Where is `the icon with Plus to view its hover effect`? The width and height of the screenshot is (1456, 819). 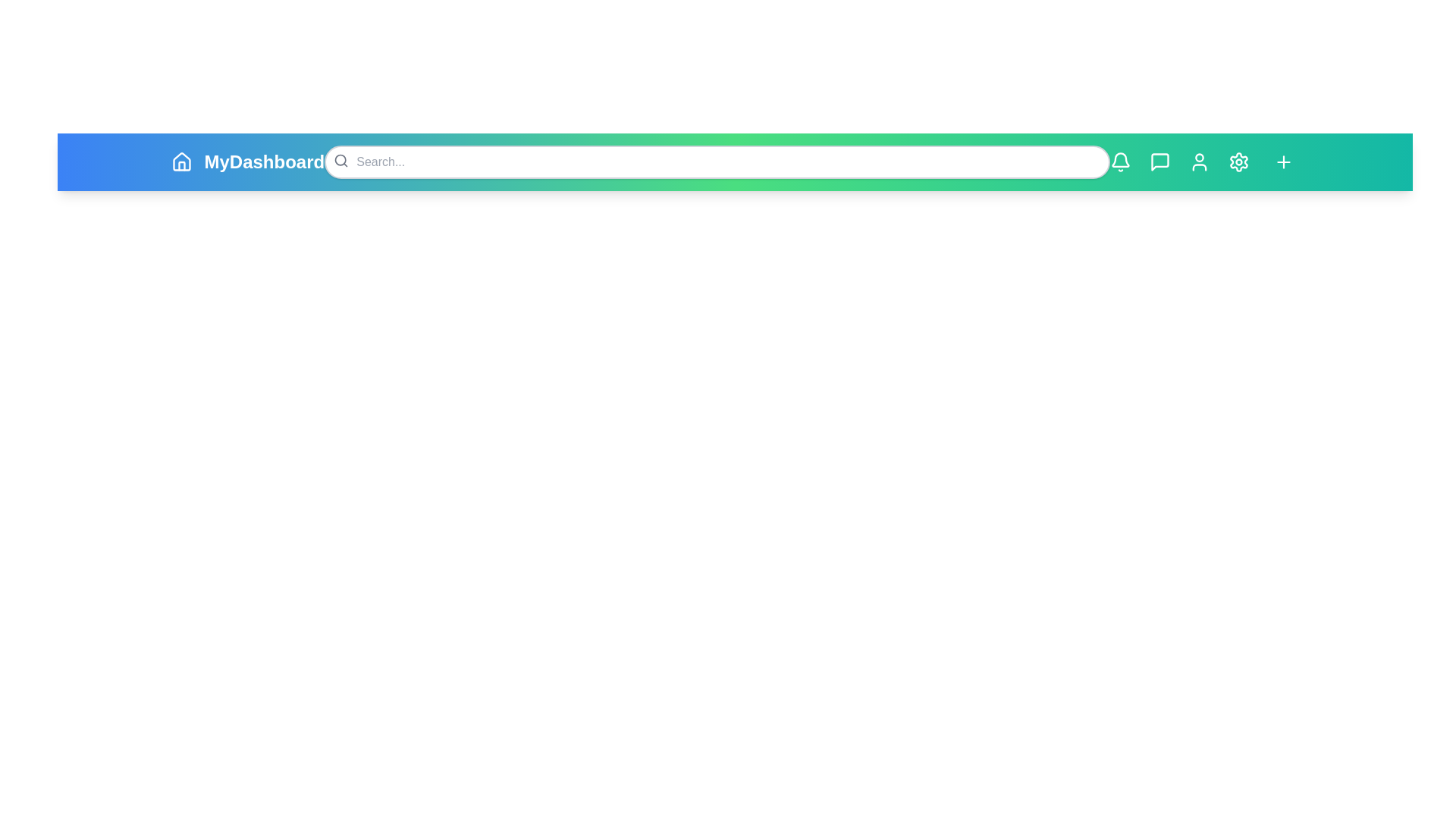
the icon with Plus to view its hover effect is located at coordinates (1282, 162).